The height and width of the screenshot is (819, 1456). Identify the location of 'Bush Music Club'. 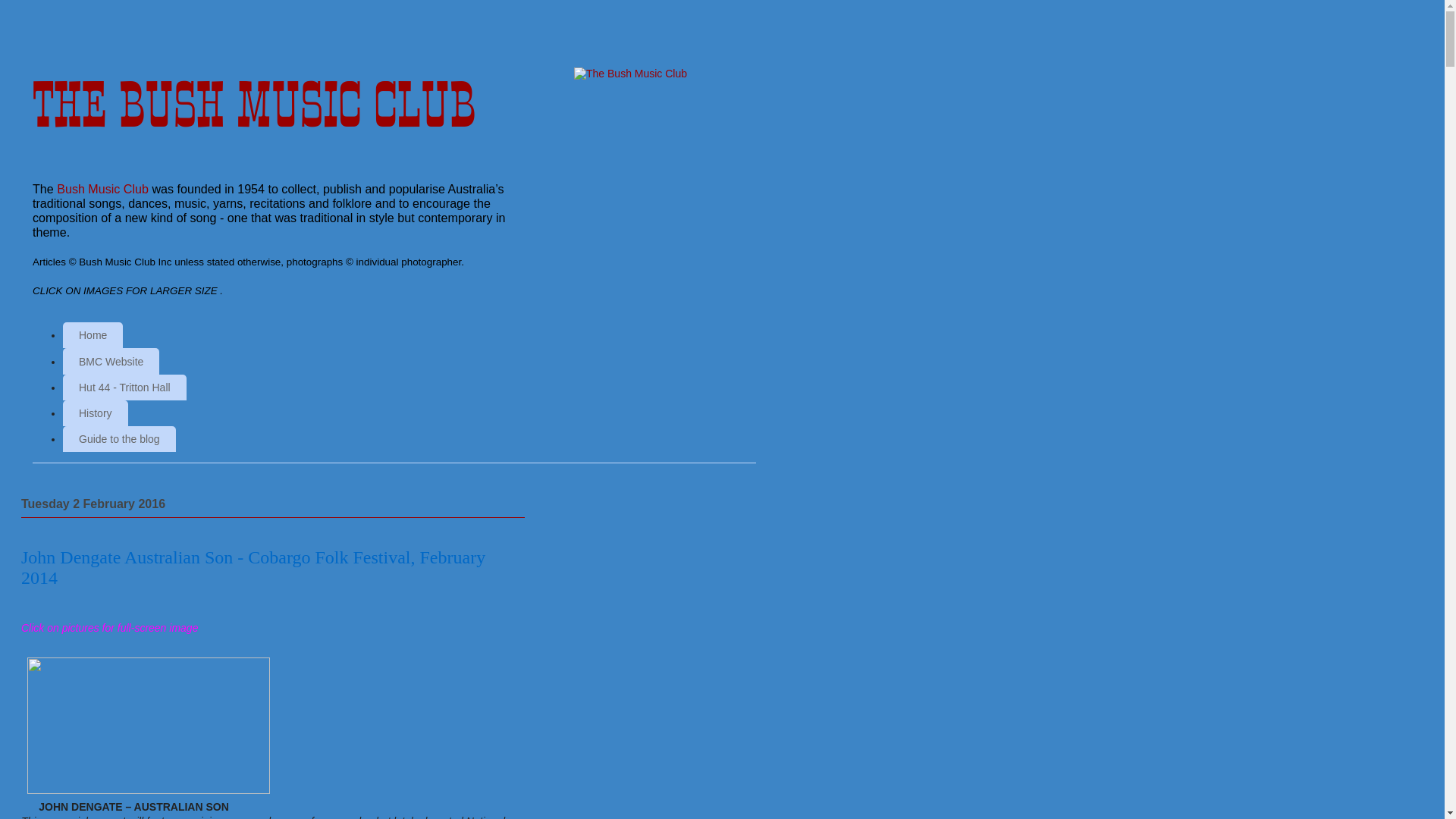
(102, 188).